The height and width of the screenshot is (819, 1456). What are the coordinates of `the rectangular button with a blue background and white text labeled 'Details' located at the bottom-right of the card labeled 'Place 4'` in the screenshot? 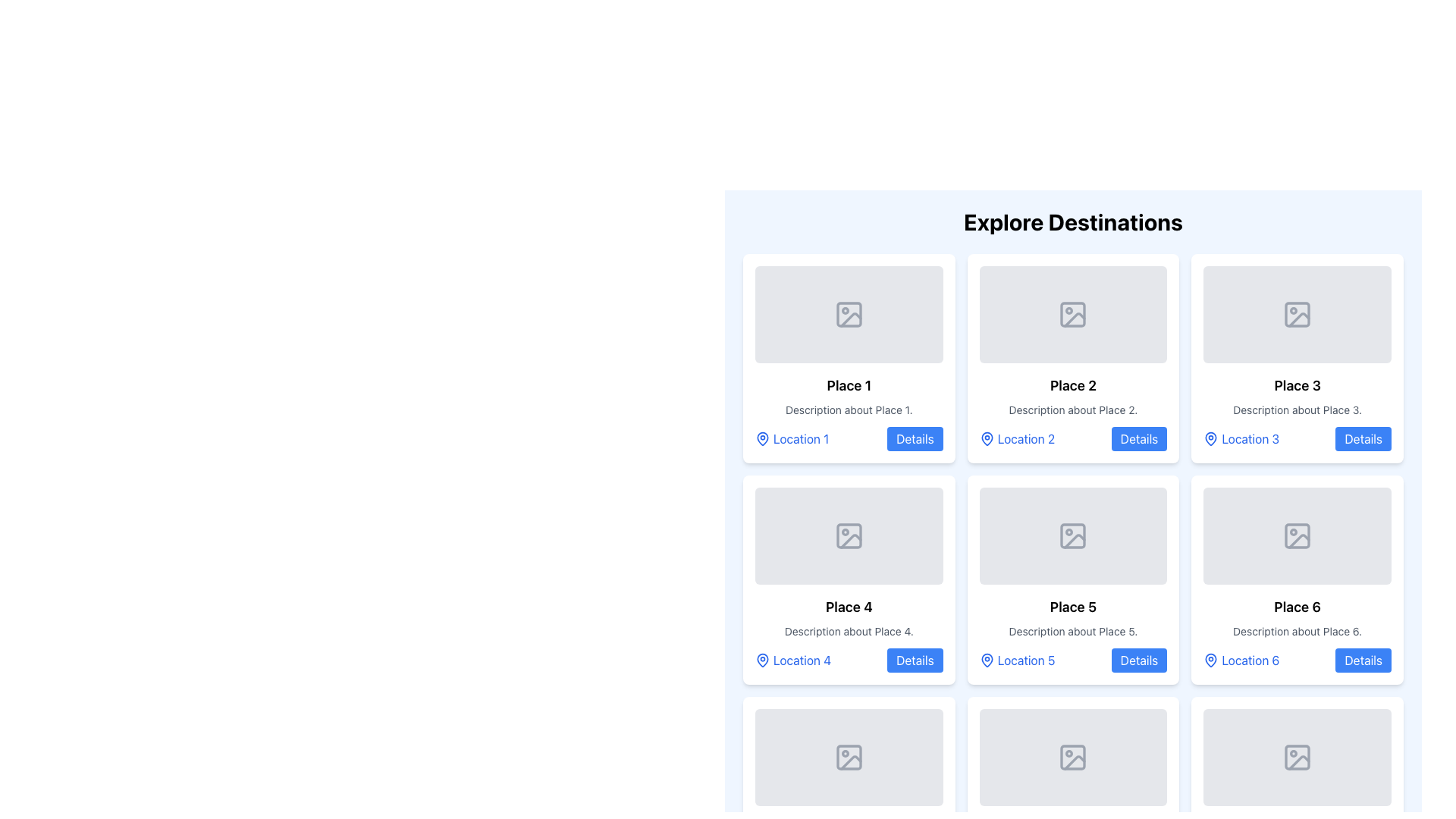 It's located at (914, 660).